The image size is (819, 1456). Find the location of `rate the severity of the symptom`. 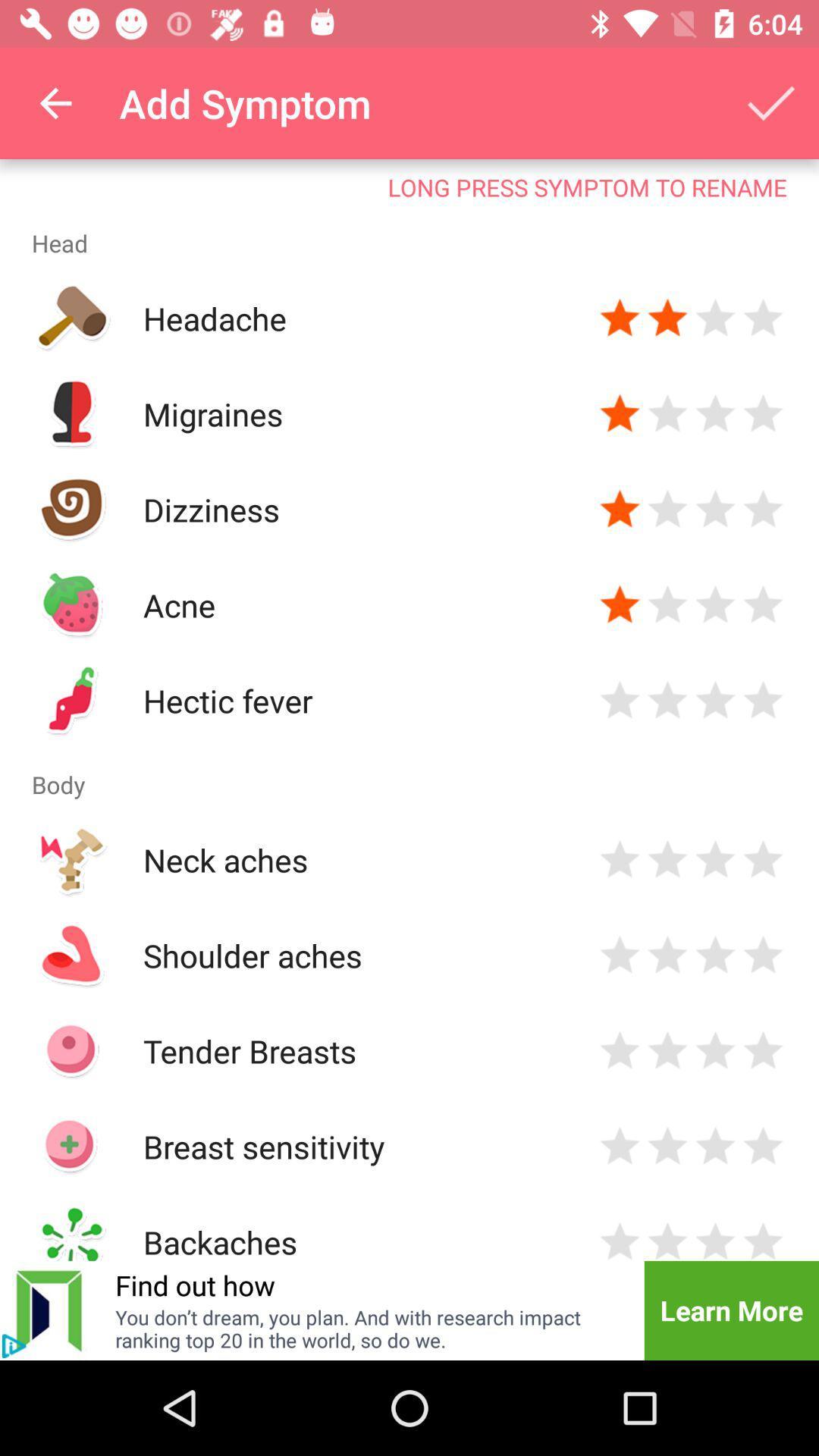

rate the severity of the symptom is located at coordinates (763, 700).